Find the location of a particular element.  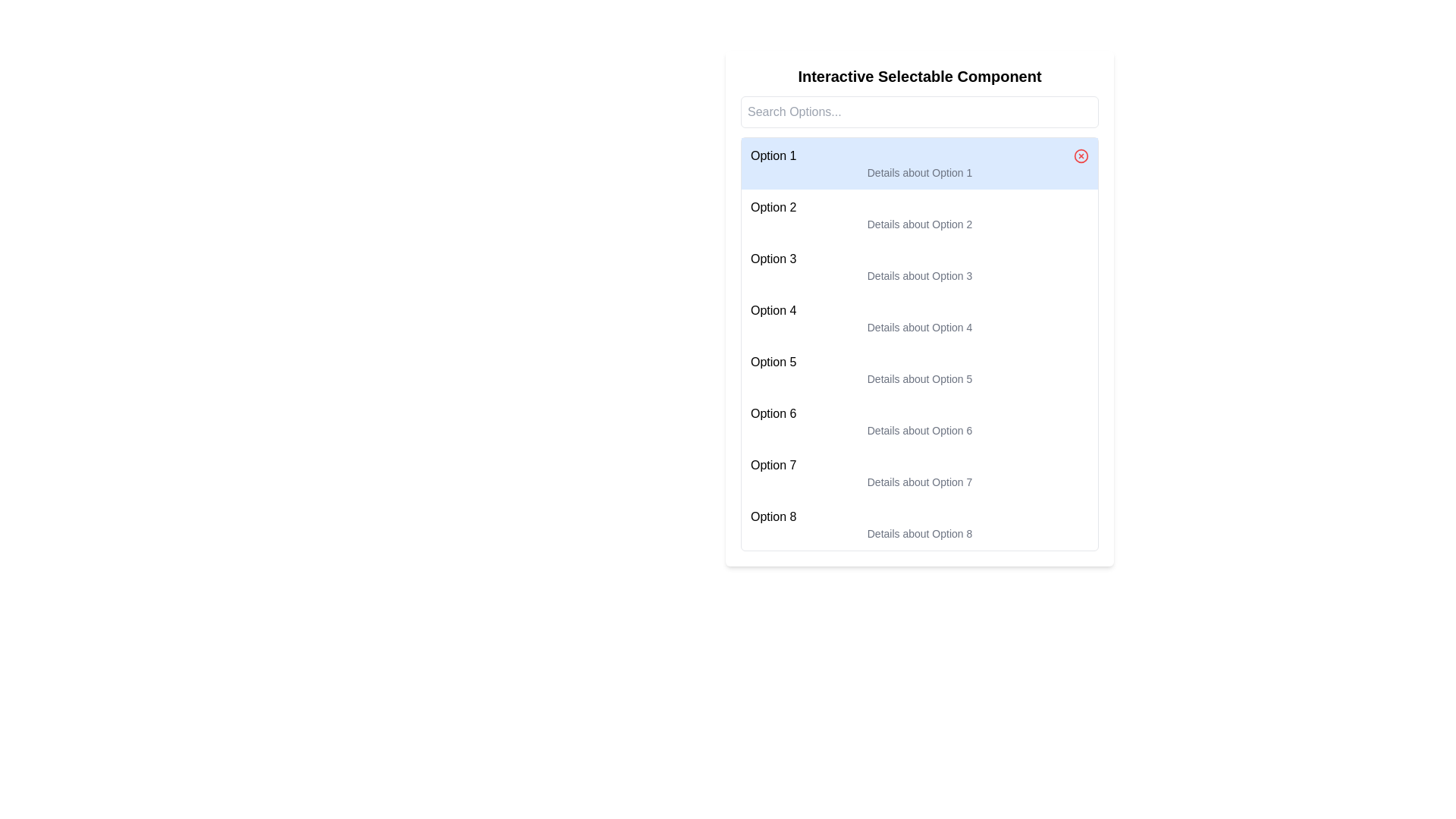

the 'Option 2' text label, which displays the label as part of a vertical list of options is located at coordinates (773, 207).